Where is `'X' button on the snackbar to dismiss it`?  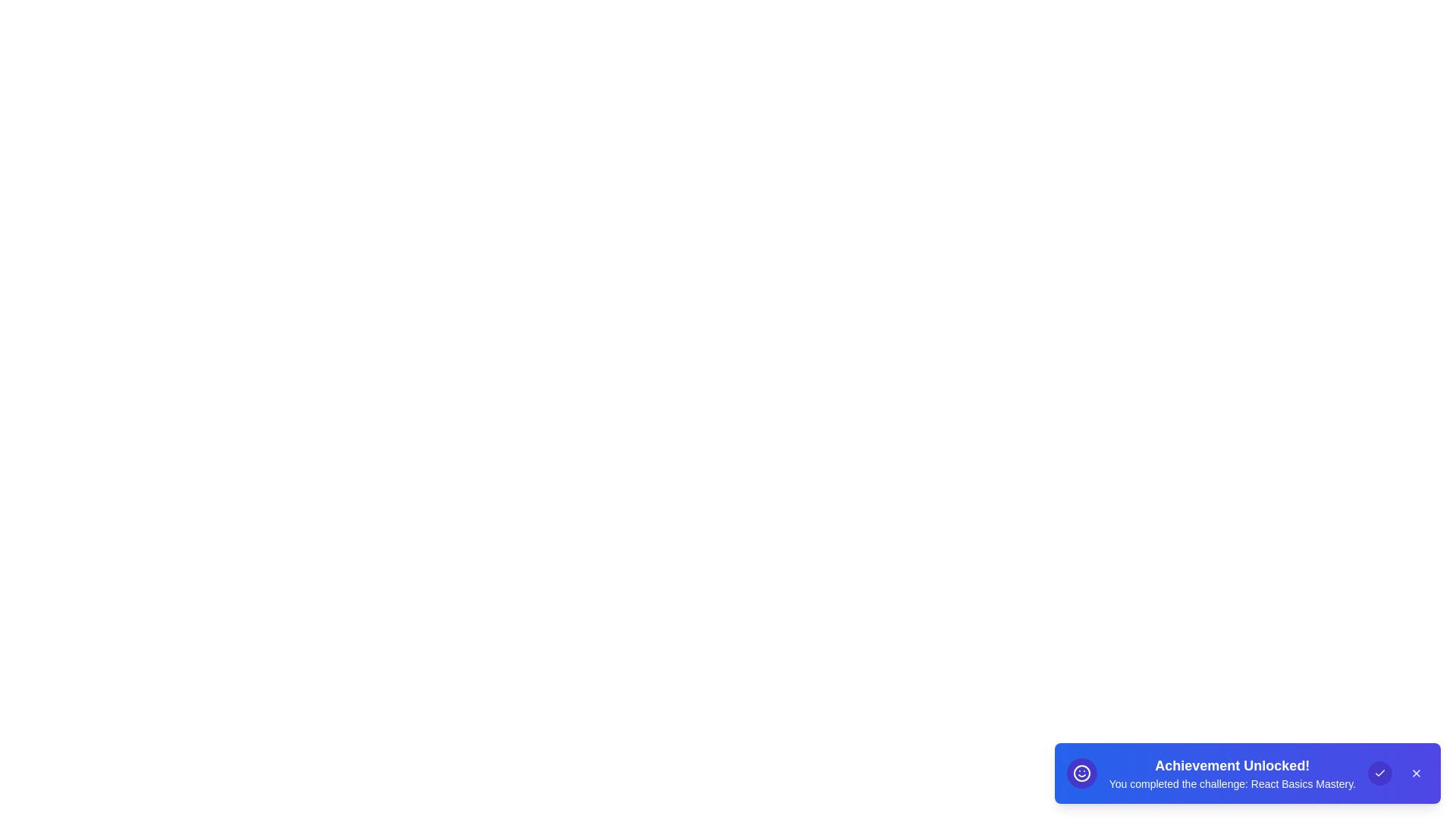 'X' button on the snackbar to dismiss it is located at coordinates (1415, 773).